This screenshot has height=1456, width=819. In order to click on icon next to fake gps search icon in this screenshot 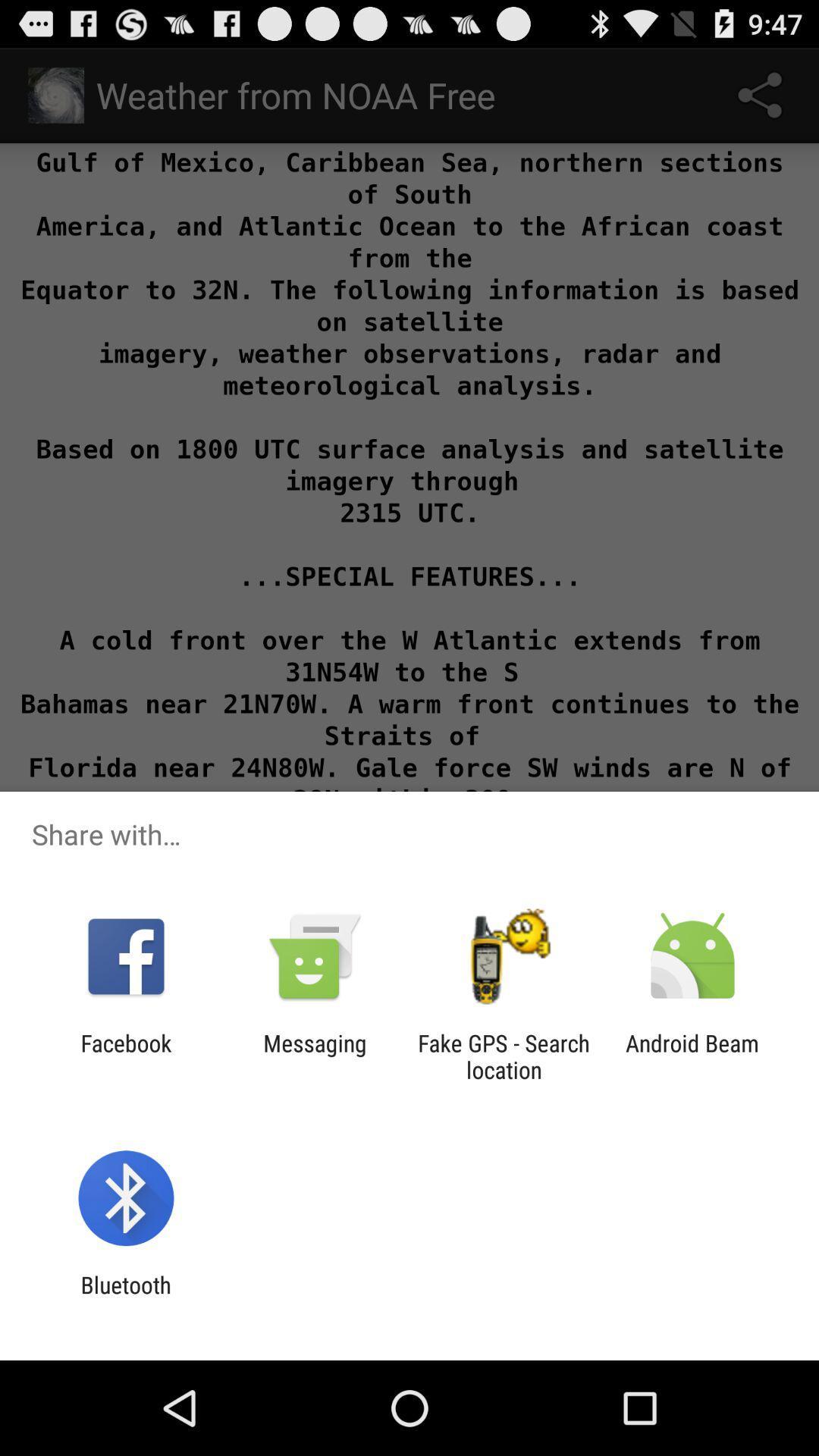, I will do `click(692, 1056)`.